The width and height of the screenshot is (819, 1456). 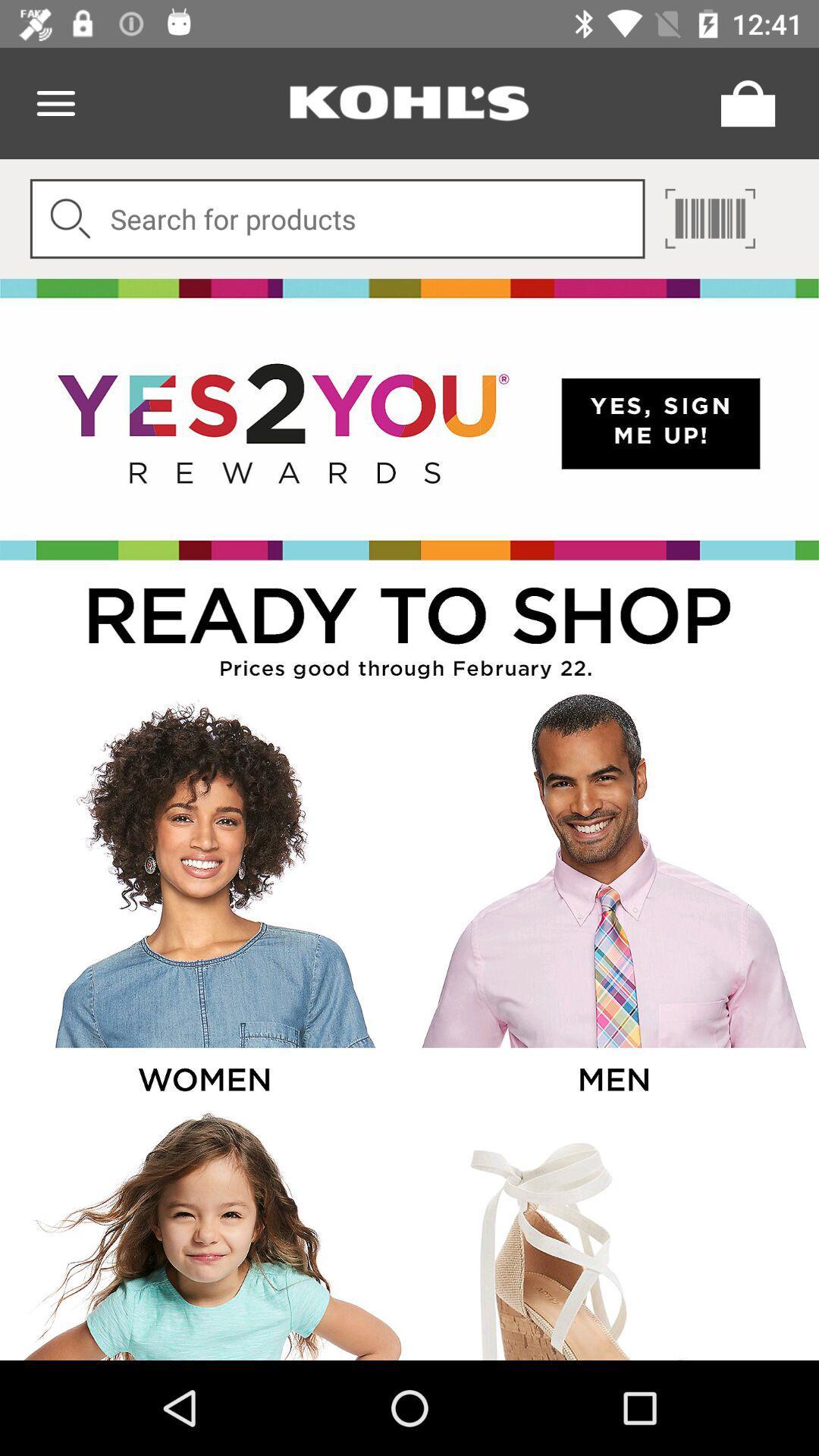 What do you see at coordinates (409, 102) in the screenshot?
I see `header text option` at bounding box center [409, 102].